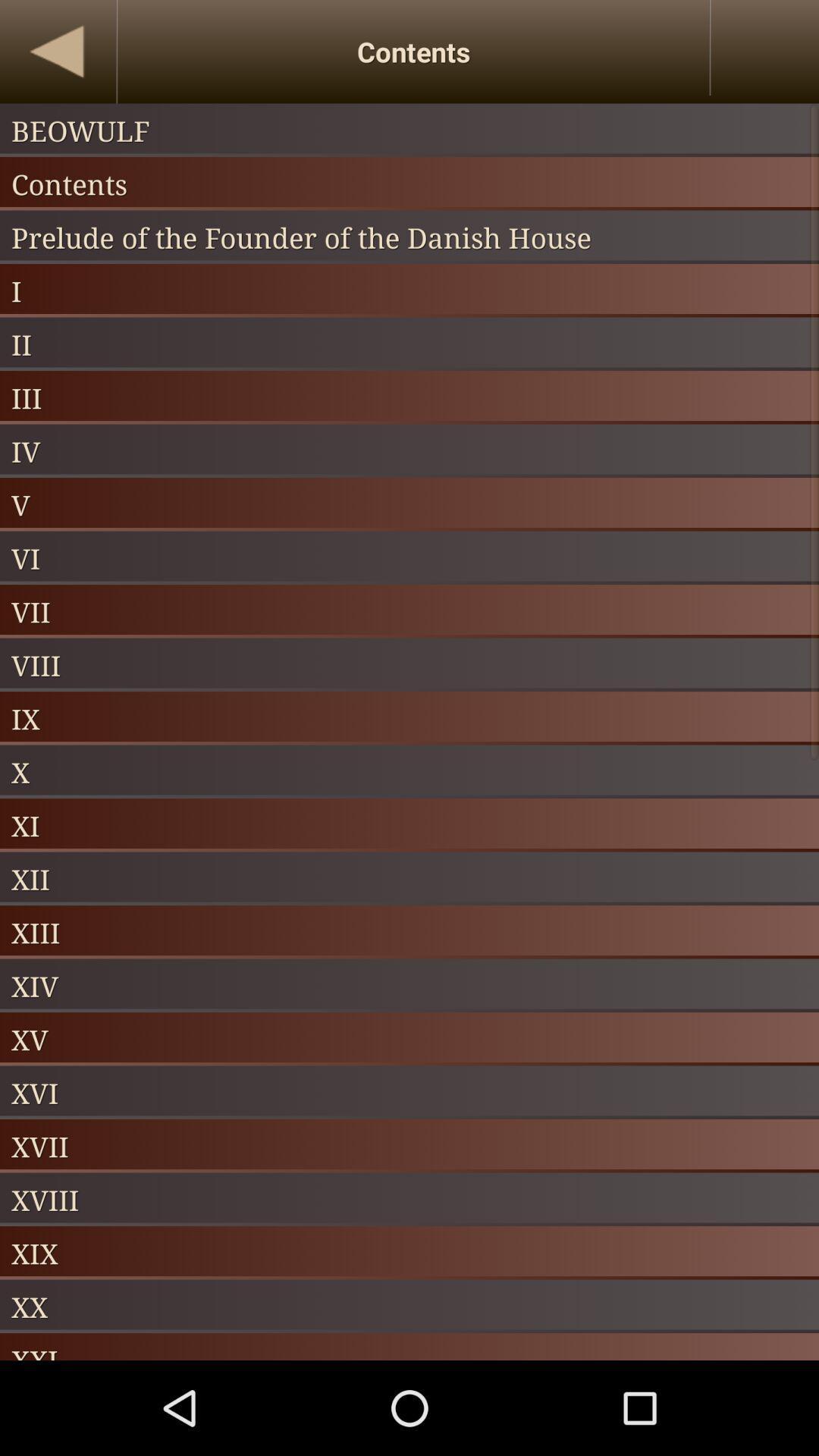  Describe the element at coordinates (409, 1306) in the screenshot. I see `the item above xxi icon` at that location.